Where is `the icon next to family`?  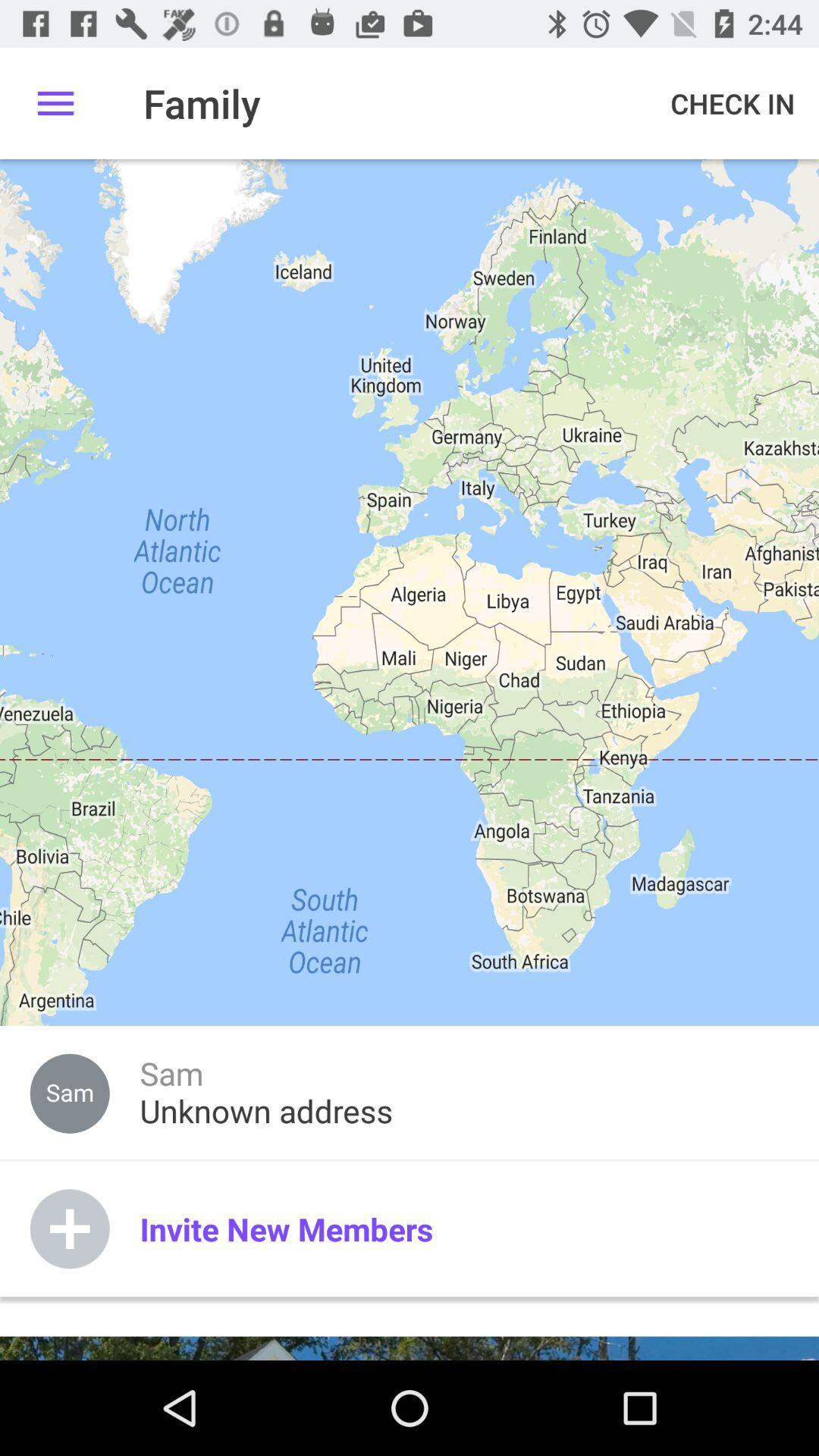
the icon next to family is located at coordinates (732, 102).